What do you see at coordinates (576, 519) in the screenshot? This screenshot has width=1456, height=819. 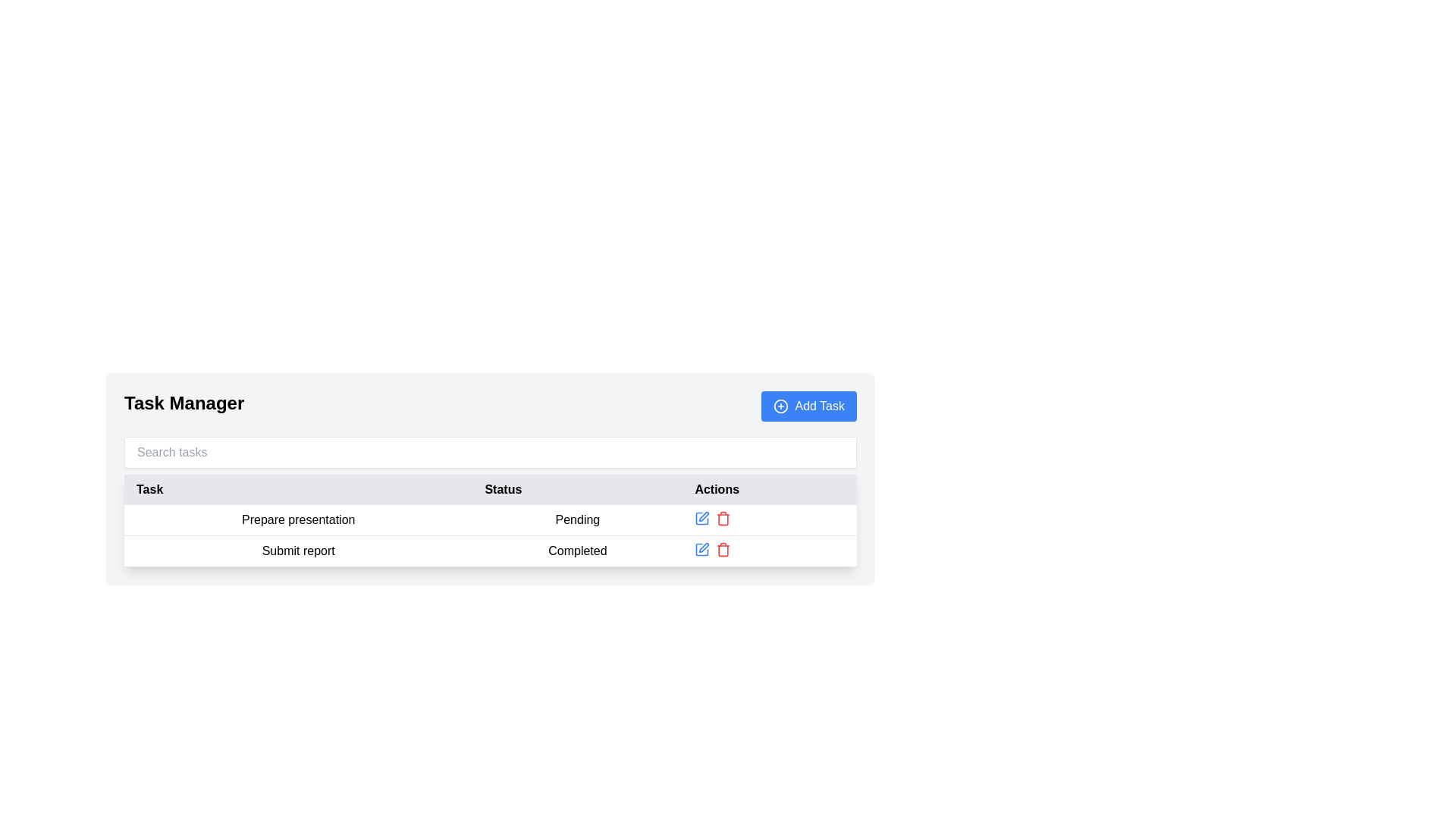 I see `the Text label that indicates the status of the task, specifically showing that it is pending, located in the second column under the 'Status' header and in the first row aligned with 'Prepare presentation'` at bounding box center [576, 519].